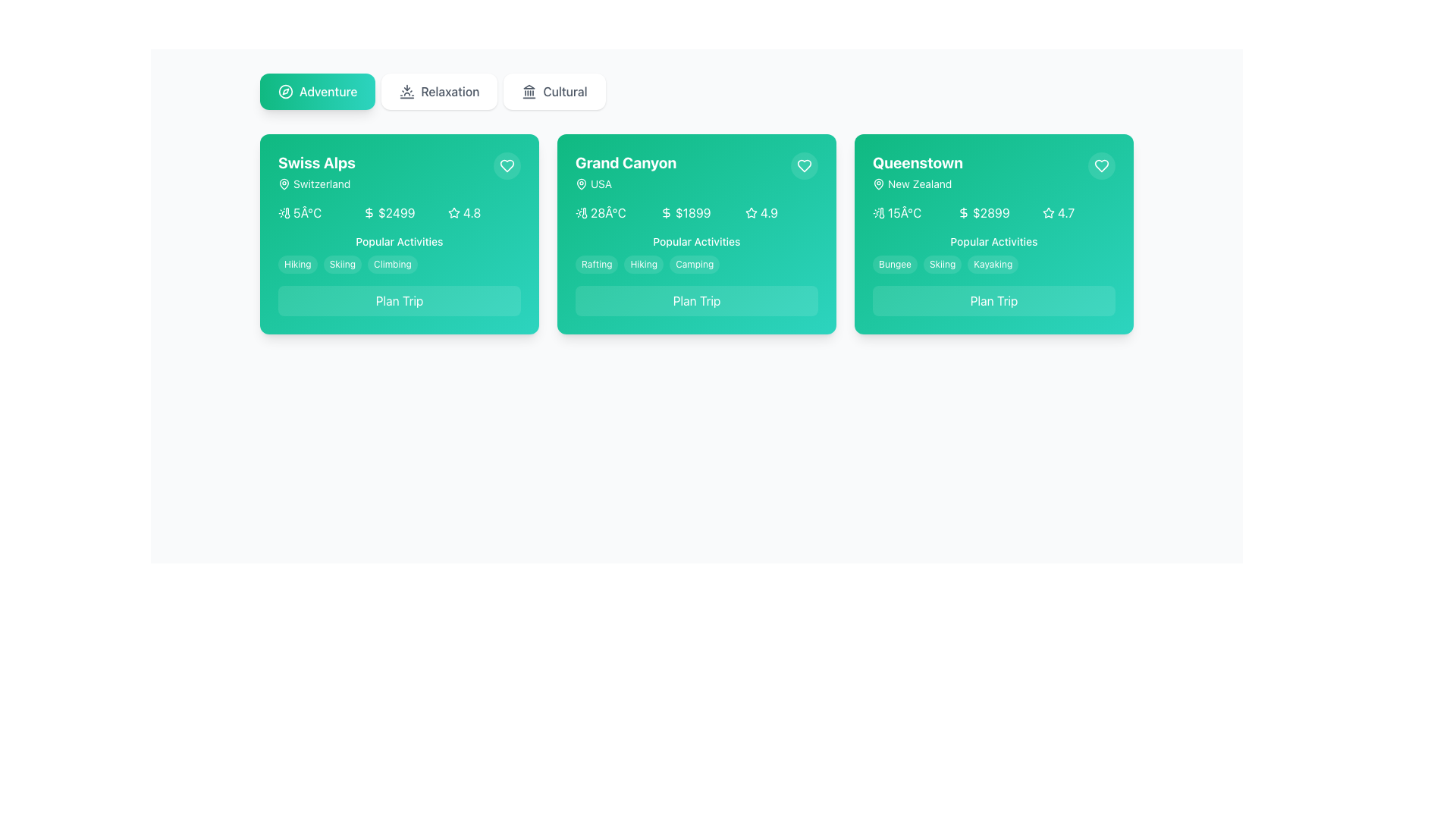 The image size is (1456, 819). Describe the element at coordinates (993, 263) in the screenshot. I see `the small pill-shaped badge labeled 'Kayaking' with white text on a semi-transparent green background, which is the third badge from the left in the 'Popular Activities' section of the Queenstown card` at that location.